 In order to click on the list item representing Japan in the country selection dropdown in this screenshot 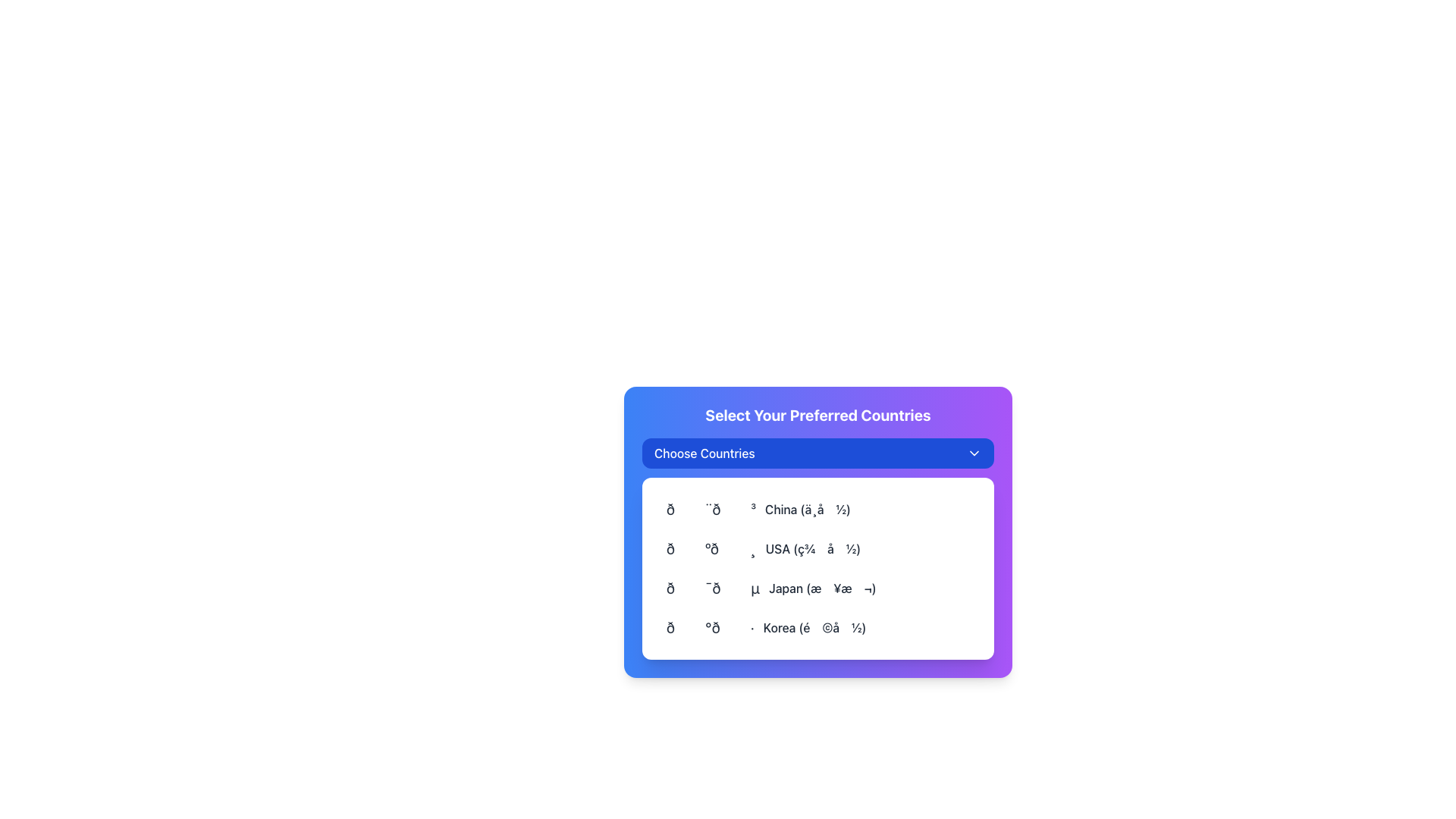, I will do `click(771, 587)`.